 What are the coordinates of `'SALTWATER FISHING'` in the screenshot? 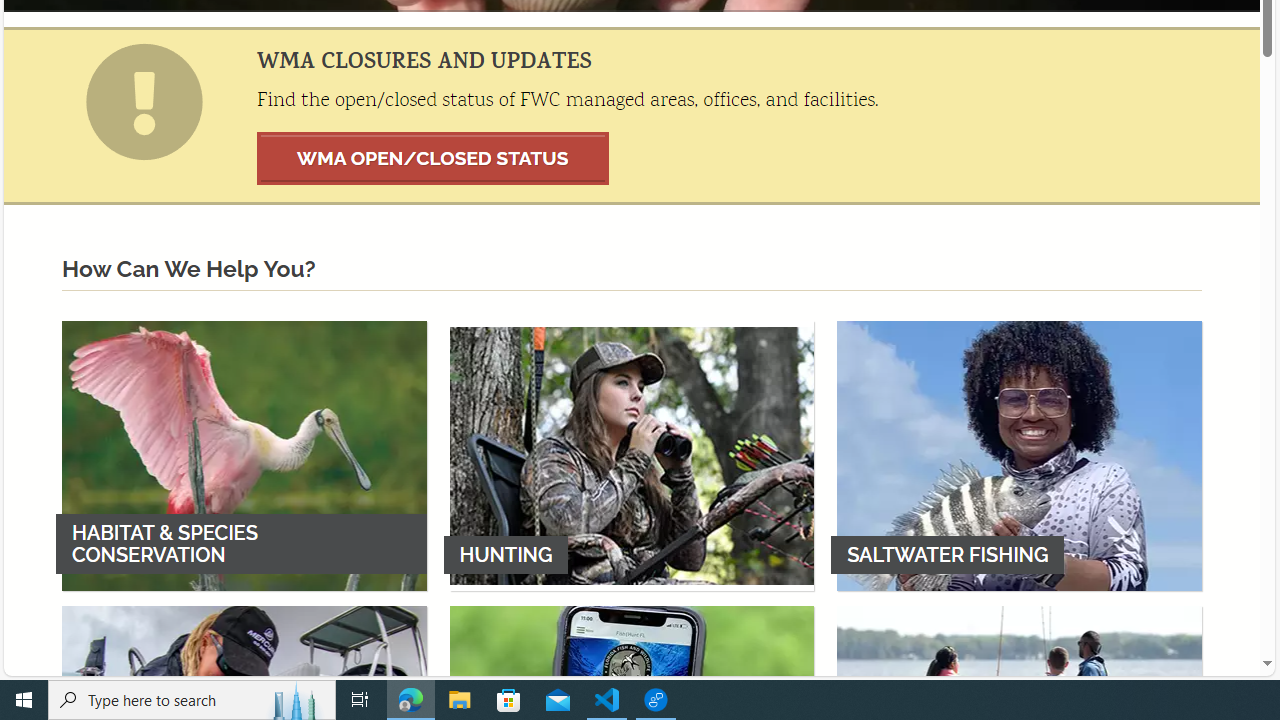 It's located at (1019, 455).